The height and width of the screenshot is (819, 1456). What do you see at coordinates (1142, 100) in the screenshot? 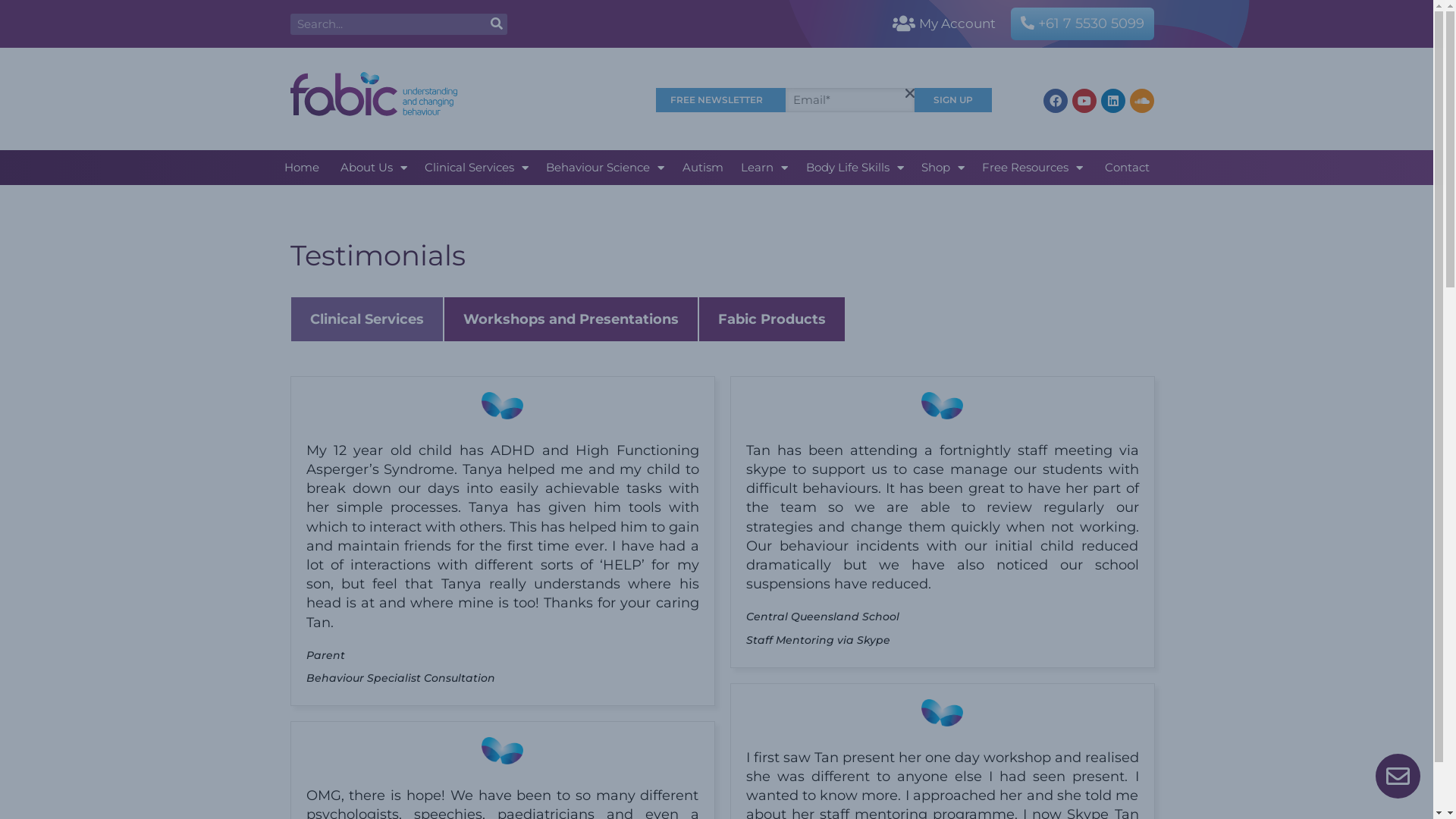
I see `'Soundcloud'` at bounding box center [1142, 100].